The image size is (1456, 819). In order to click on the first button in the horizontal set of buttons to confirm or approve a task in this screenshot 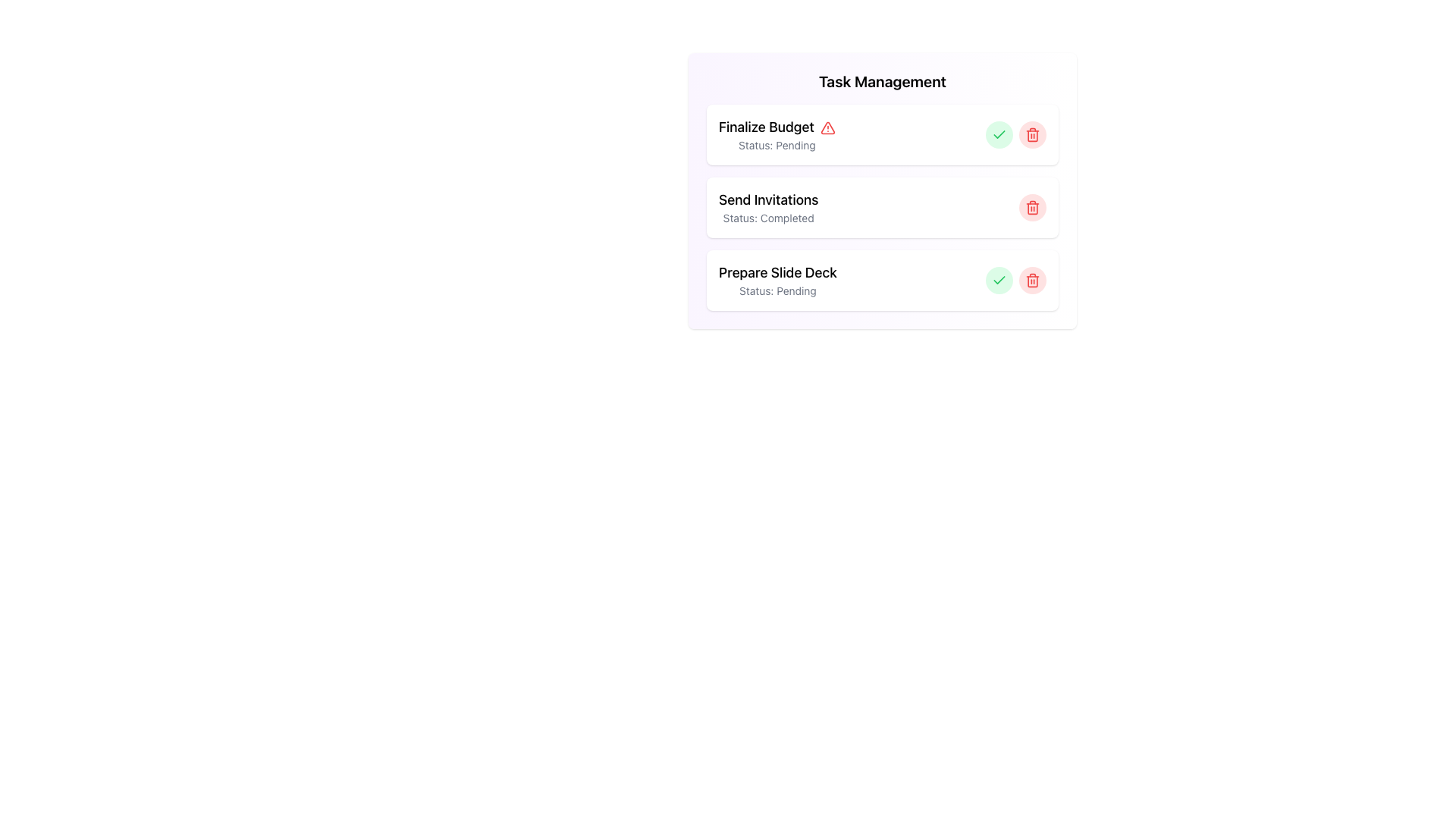, I will do `click(999, 133)`.